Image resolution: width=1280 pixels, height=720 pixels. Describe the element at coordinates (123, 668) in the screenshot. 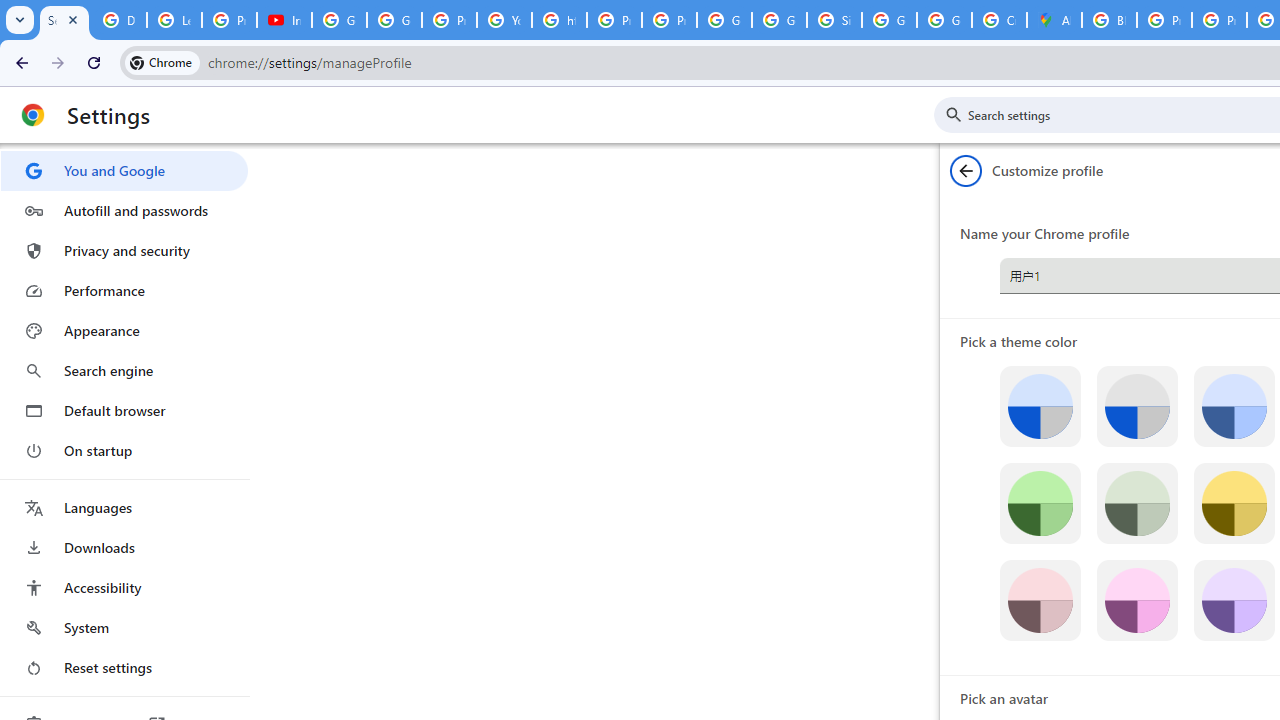

I see `'Reset settings'` at that location.